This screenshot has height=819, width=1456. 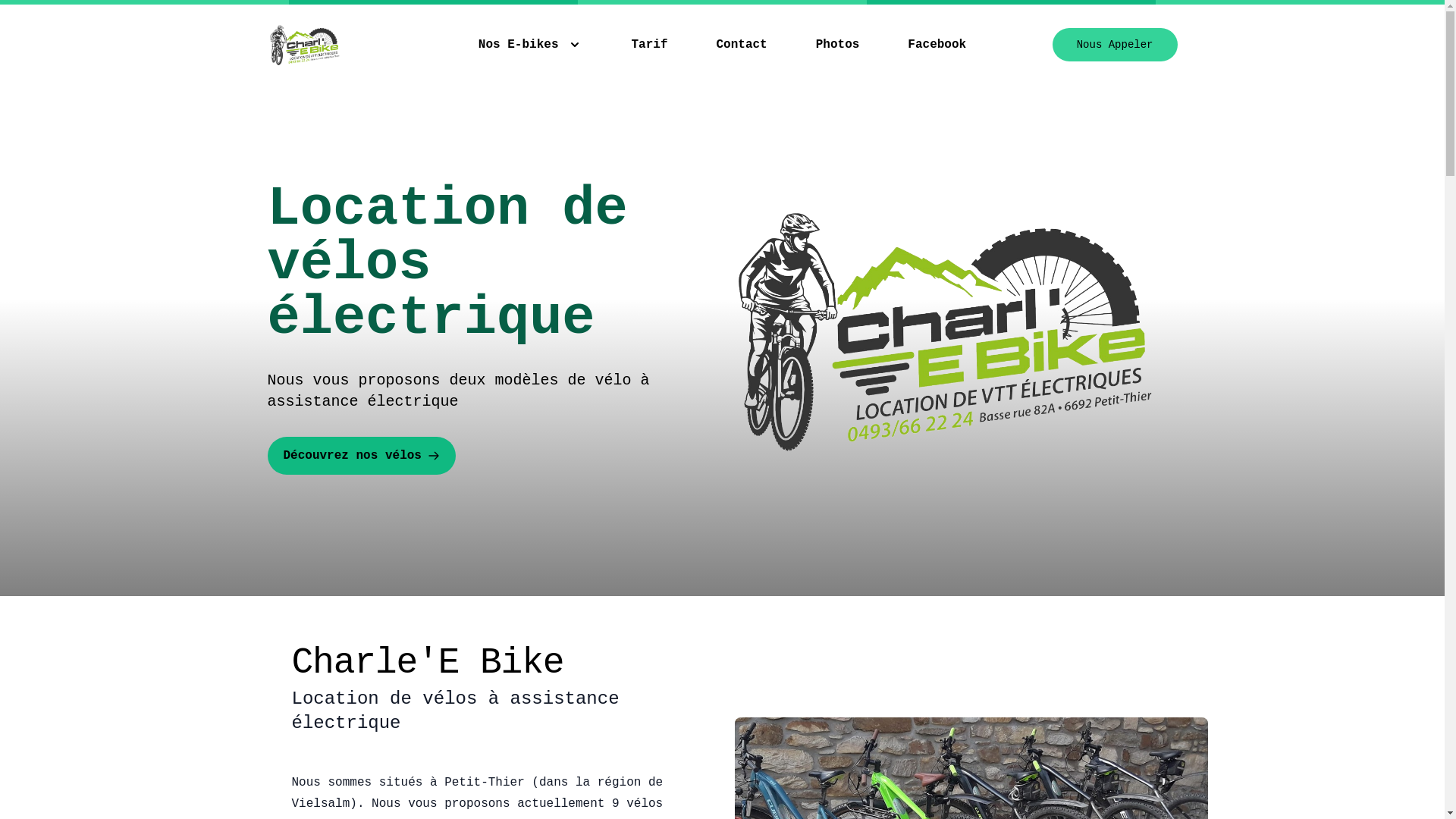 I want to click on 'Tarif', so click(x=648, y=43).